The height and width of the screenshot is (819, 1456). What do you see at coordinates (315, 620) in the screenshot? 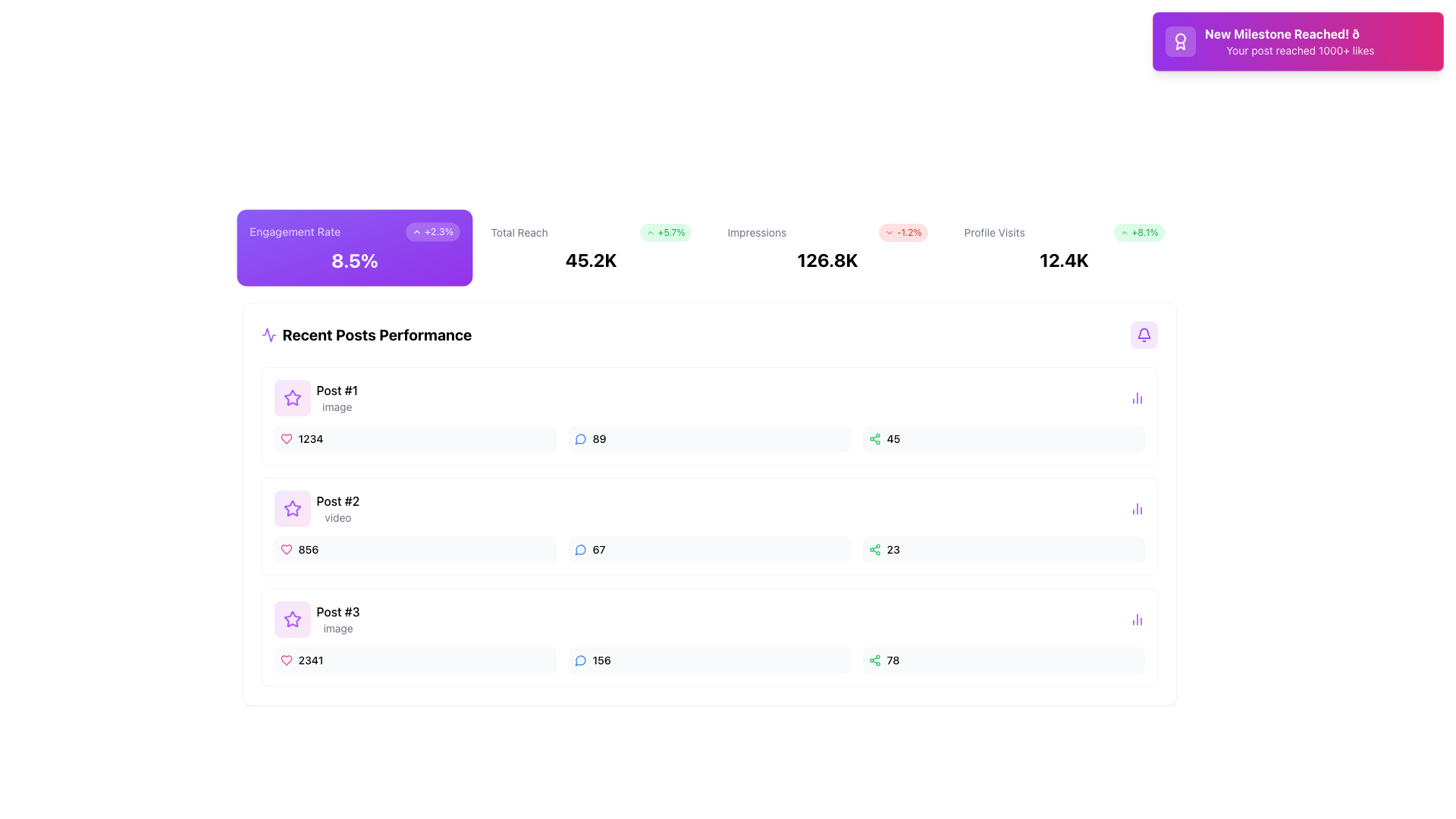
I see `the List item featuring a purple-outlined star icon and the text 'Post #3'` at bounding box center [315, 620].